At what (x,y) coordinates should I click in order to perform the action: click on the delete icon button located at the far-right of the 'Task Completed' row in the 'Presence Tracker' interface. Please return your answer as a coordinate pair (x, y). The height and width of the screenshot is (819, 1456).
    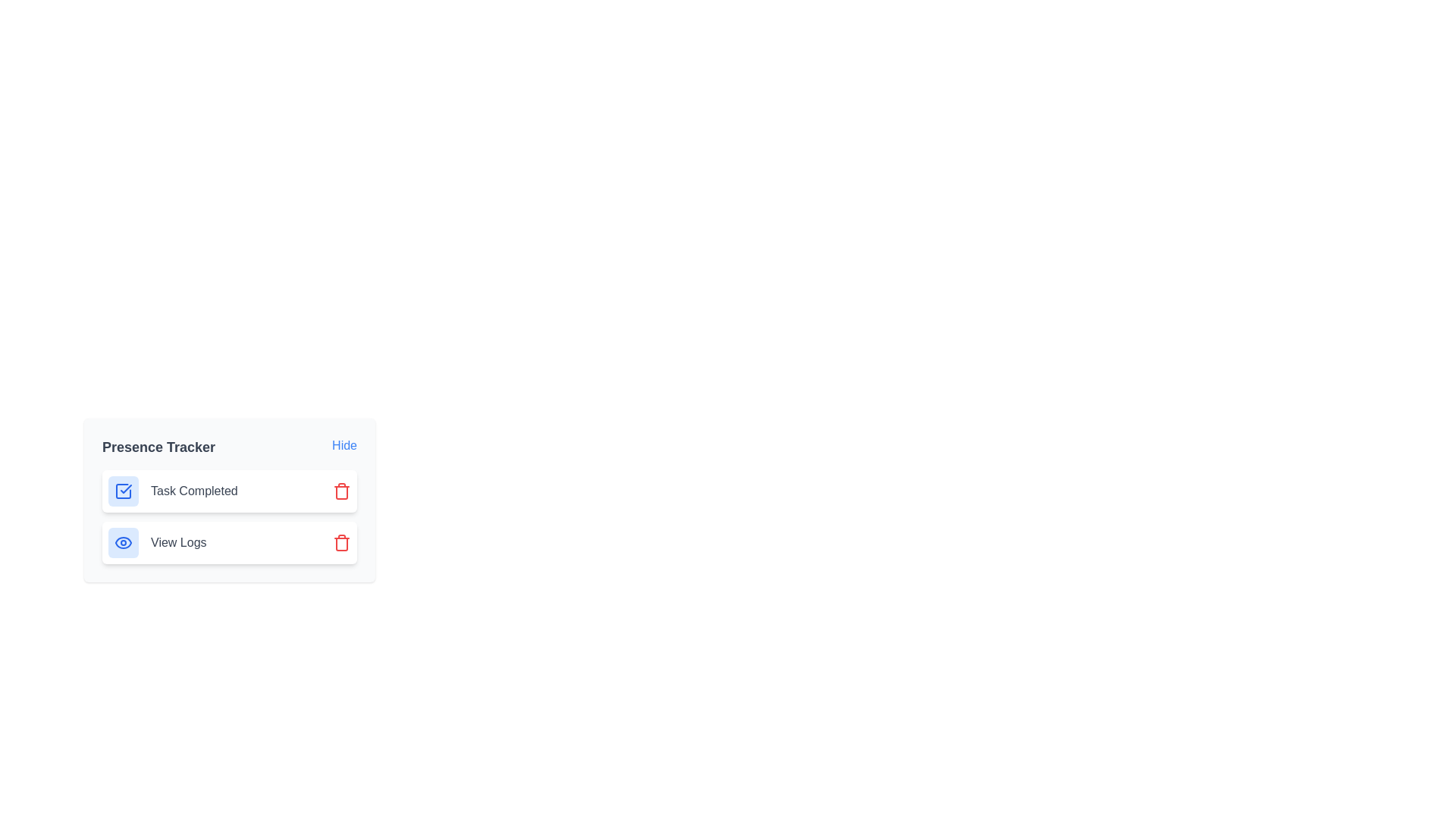
    Looking at the image, I should click on (341, 491).